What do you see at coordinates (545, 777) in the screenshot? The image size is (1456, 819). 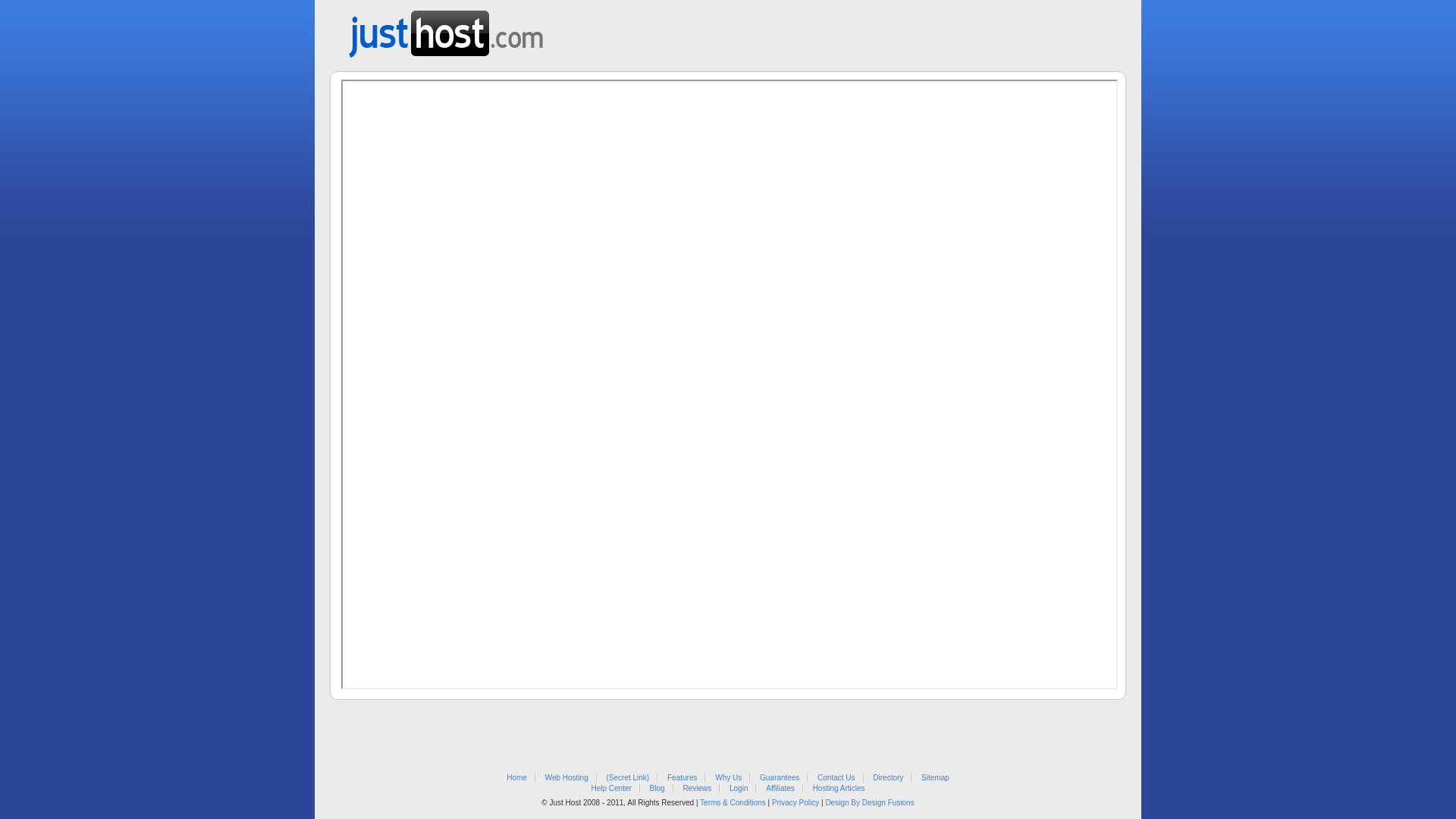 I see `'Web Hosting'` at bounding box center [545, 777].